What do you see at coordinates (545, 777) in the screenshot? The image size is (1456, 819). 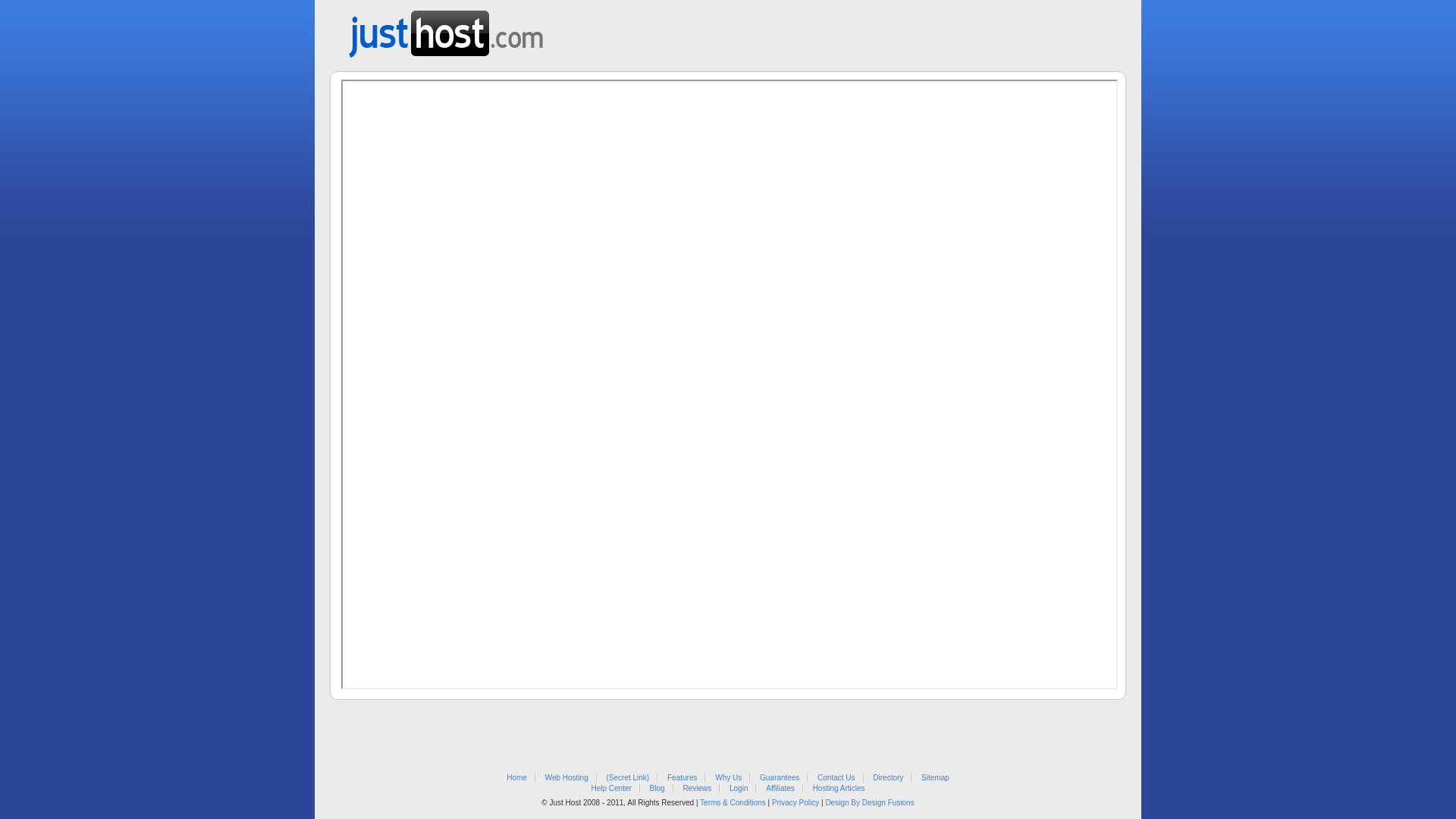 I see `'Web Hosting'` at bounding box center [545, 777].